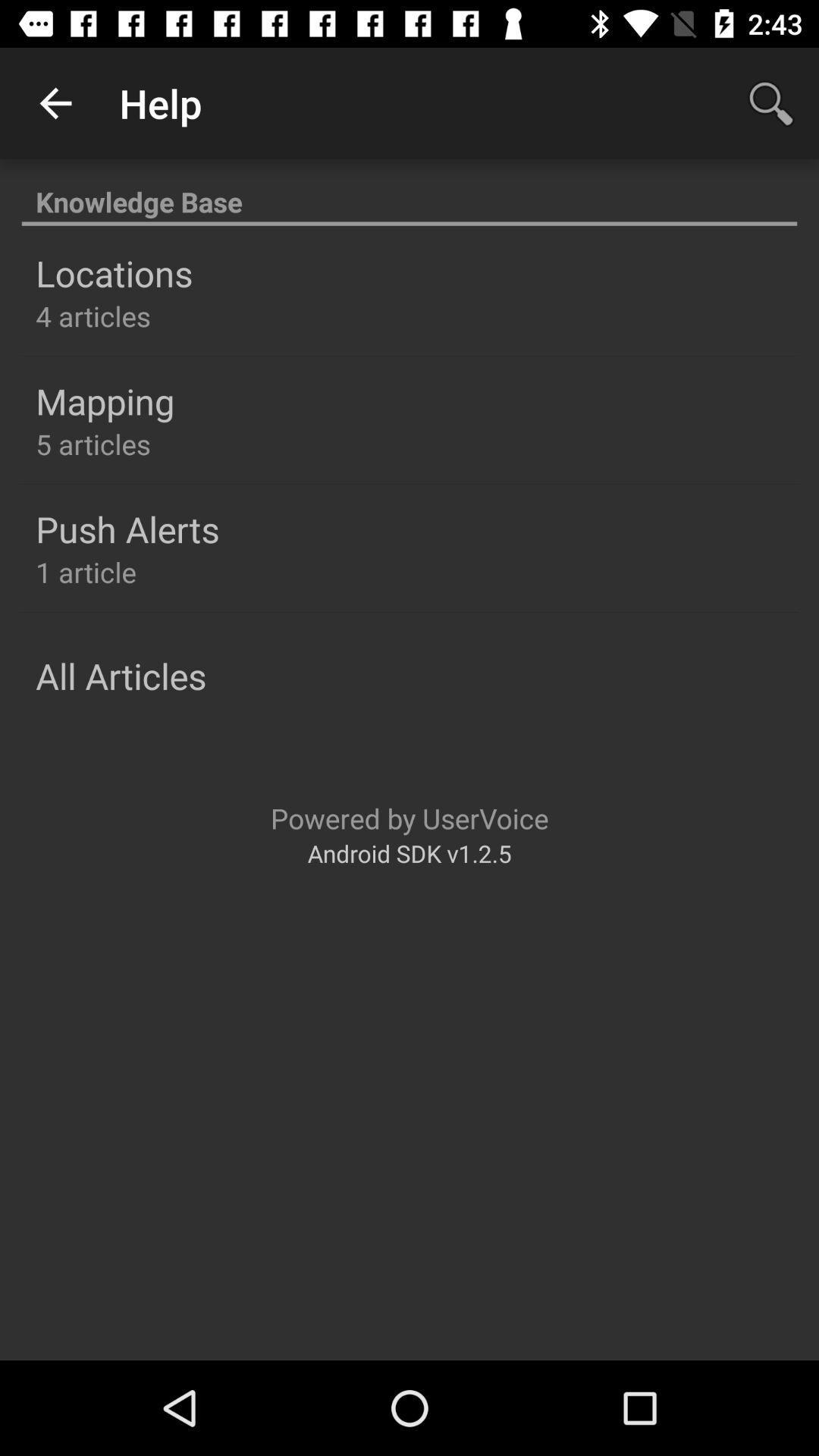 Image resolution: width=819 pixels, height=1456 pixels. Describe the element at coordinates (409, 817) in the screenshot. I see `icon above the android sdk v1 icon` at that location.